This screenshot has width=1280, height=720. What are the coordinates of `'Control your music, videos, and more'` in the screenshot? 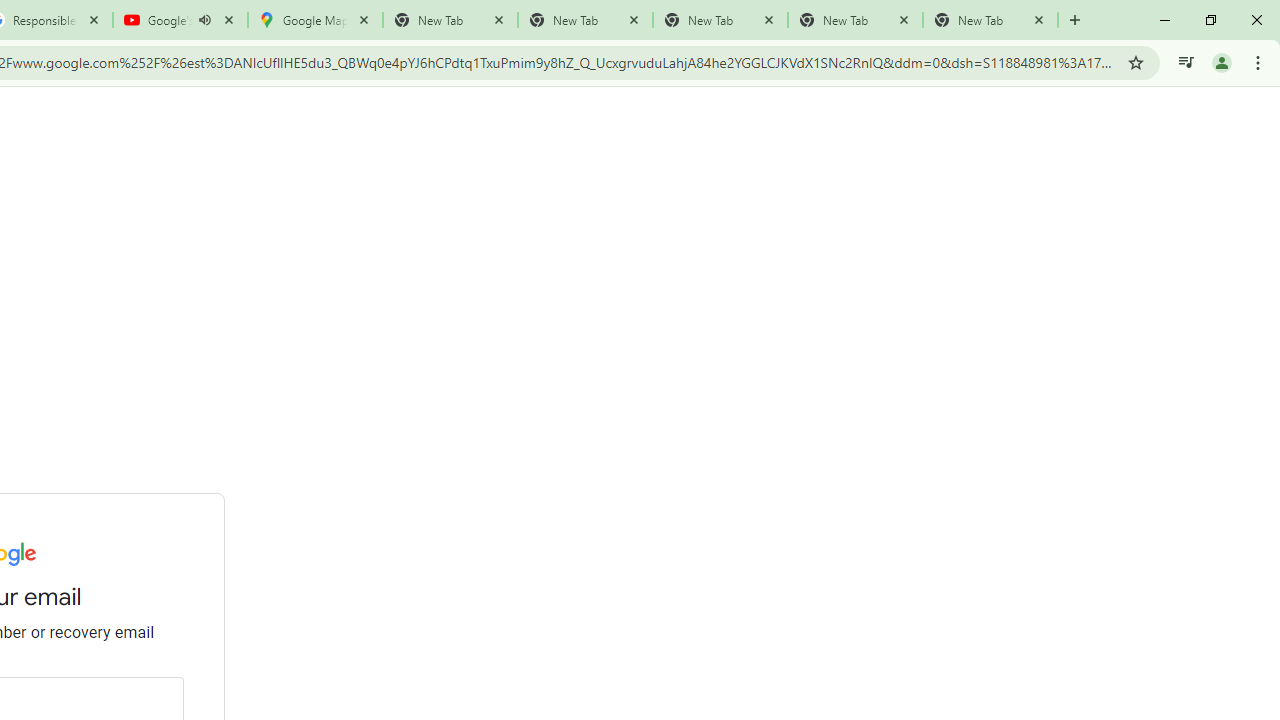 It's located at (1185, 61).